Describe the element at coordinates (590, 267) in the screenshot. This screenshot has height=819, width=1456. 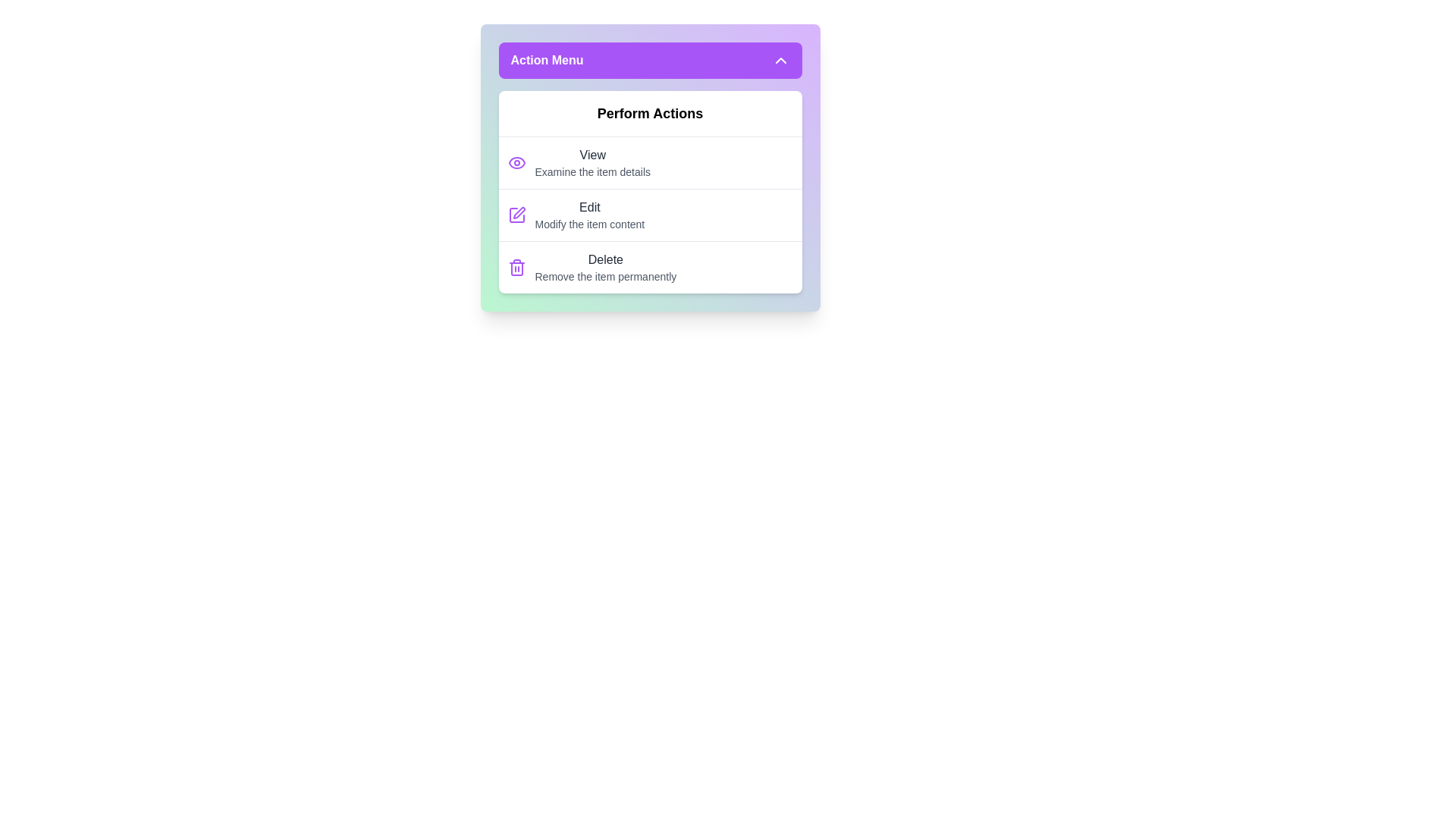
I see `the 'Delete' action item in the menu` at that location.